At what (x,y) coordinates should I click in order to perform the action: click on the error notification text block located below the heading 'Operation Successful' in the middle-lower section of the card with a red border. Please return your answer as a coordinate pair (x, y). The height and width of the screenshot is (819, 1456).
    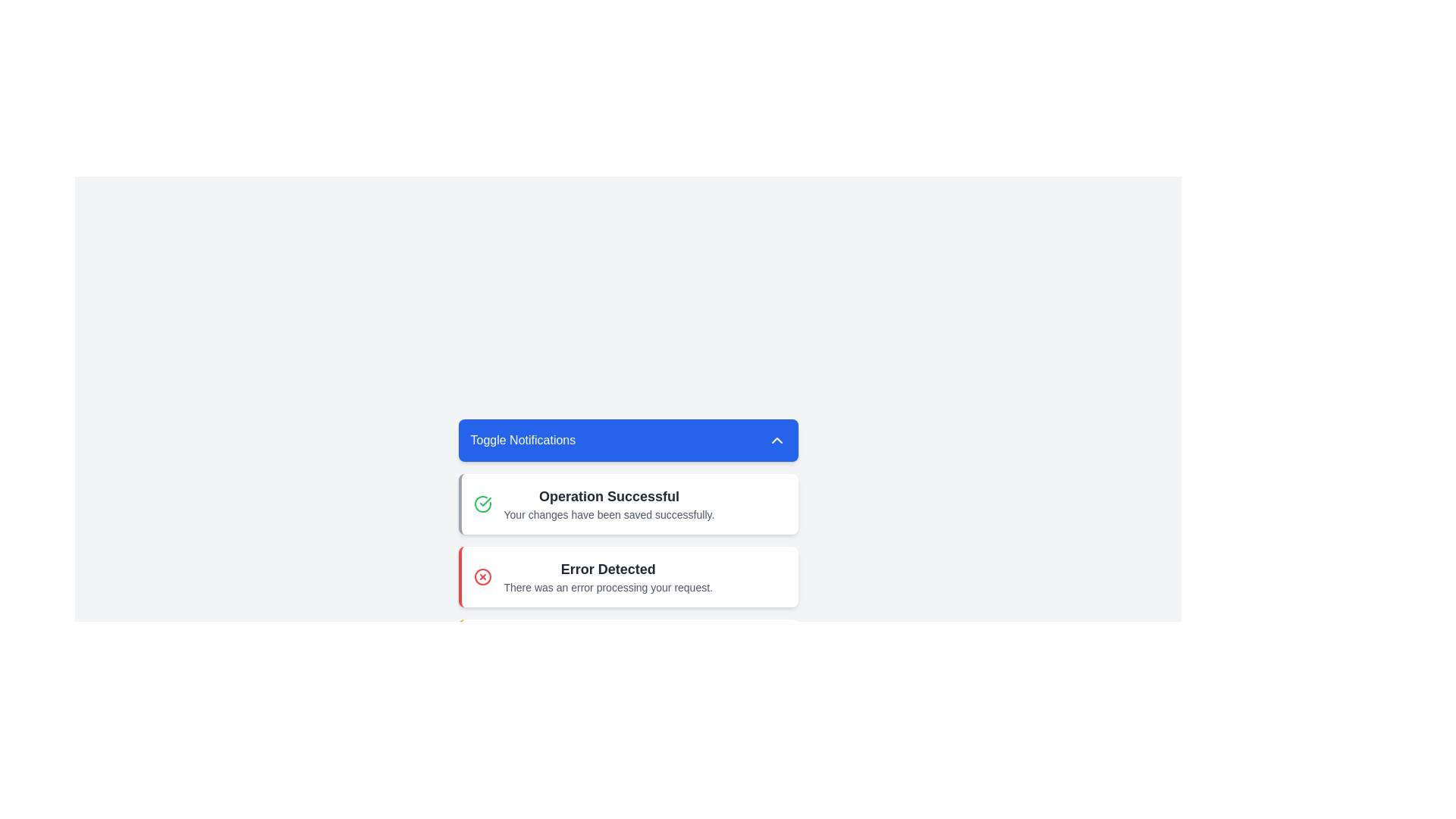
    Looking at the image, I should click on (608, 576).